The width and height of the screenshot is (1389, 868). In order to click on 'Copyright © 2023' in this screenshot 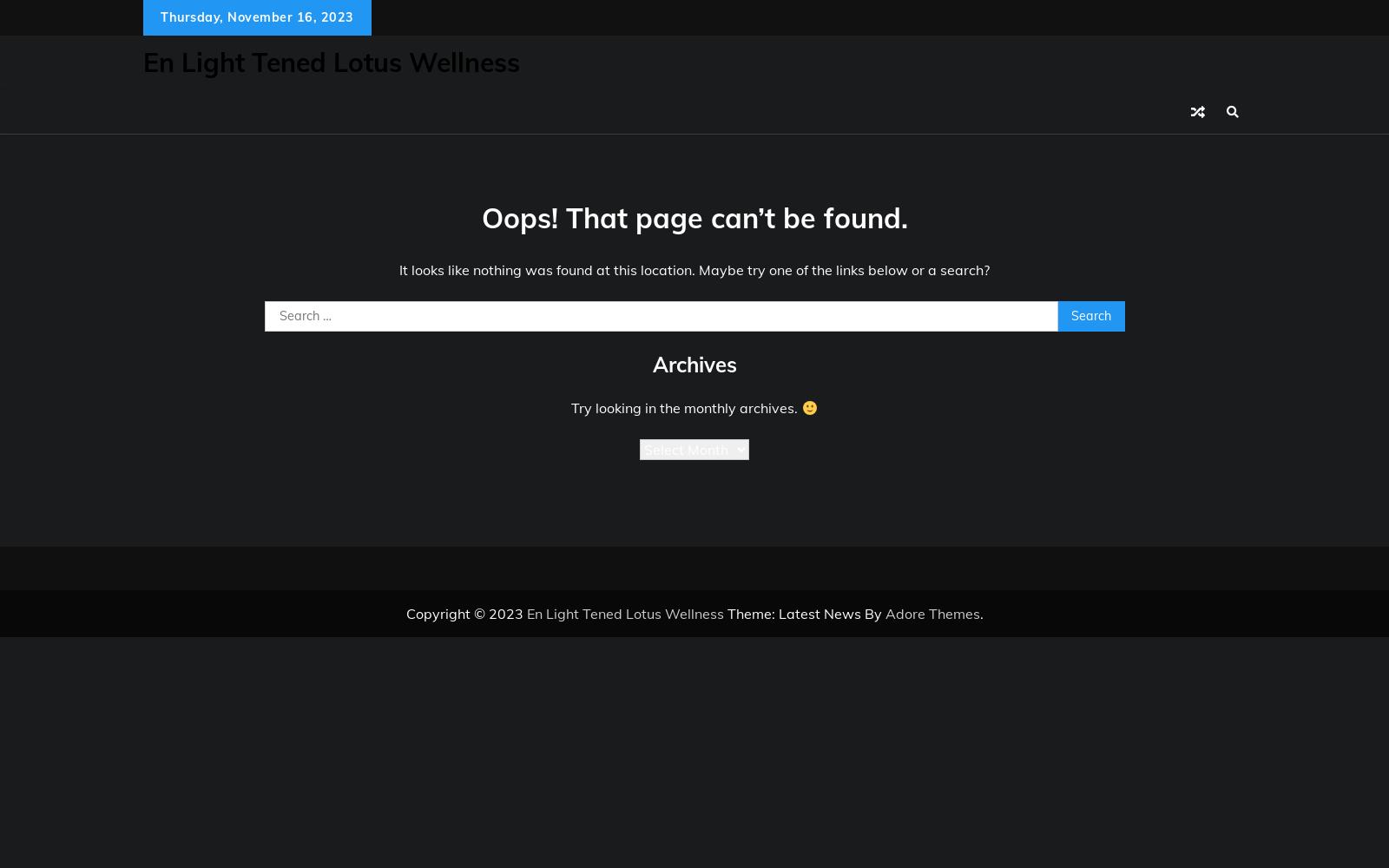, I will do `click(464, 613)`.